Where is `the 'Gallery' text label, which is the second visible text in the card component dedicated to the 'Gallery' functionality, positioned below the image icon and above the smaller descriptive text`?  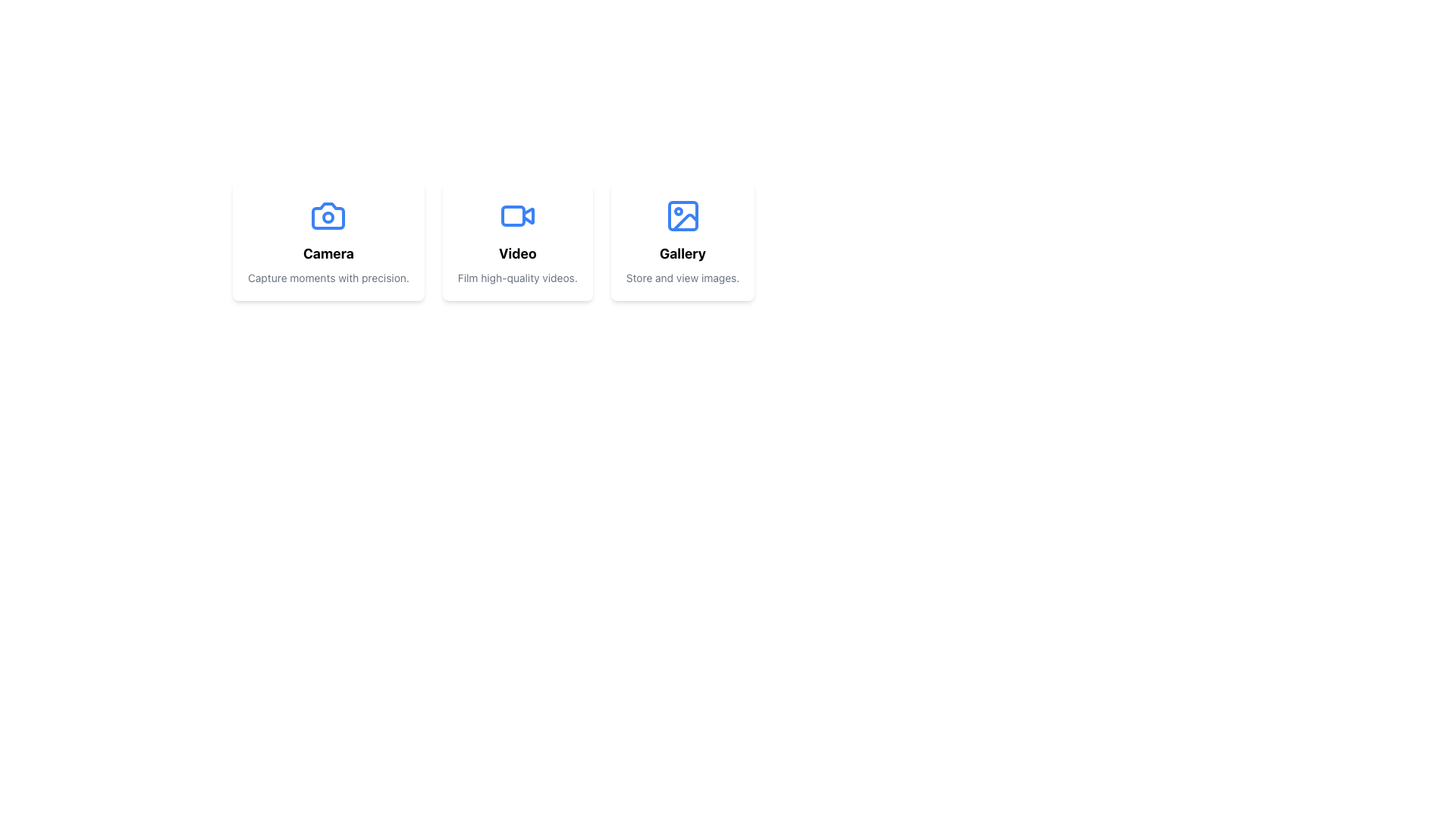
the 'Gallery' text label, which is the second visible text in the card component dedicated to the 'Gallery' functionality, positioned below the image icon and above the smaller descriptive text is located at coordinates (682, 253).